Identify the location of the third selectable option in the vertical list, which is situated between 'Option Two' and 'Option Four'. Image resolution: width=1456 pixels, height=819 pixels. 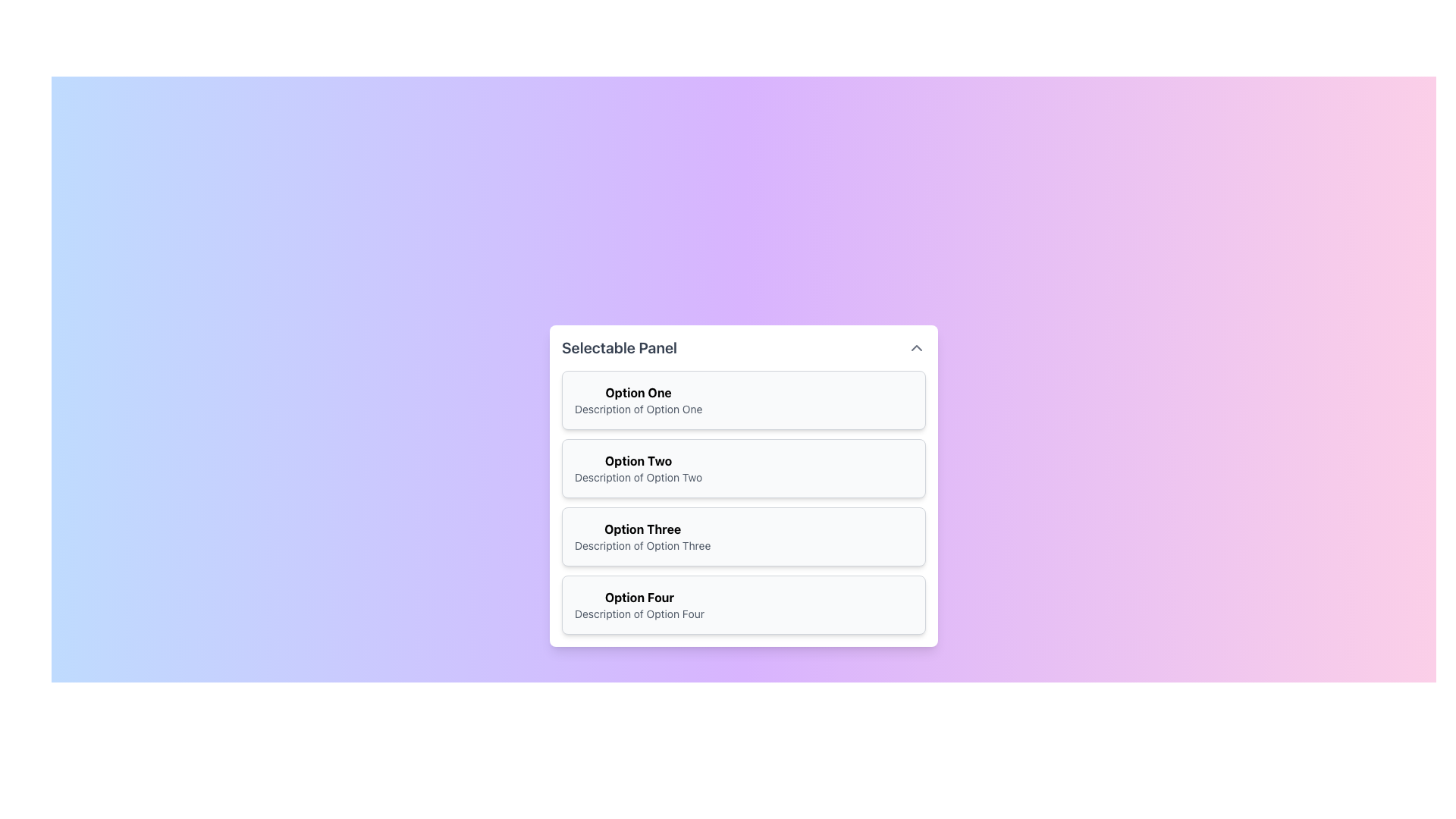
(642, 536).